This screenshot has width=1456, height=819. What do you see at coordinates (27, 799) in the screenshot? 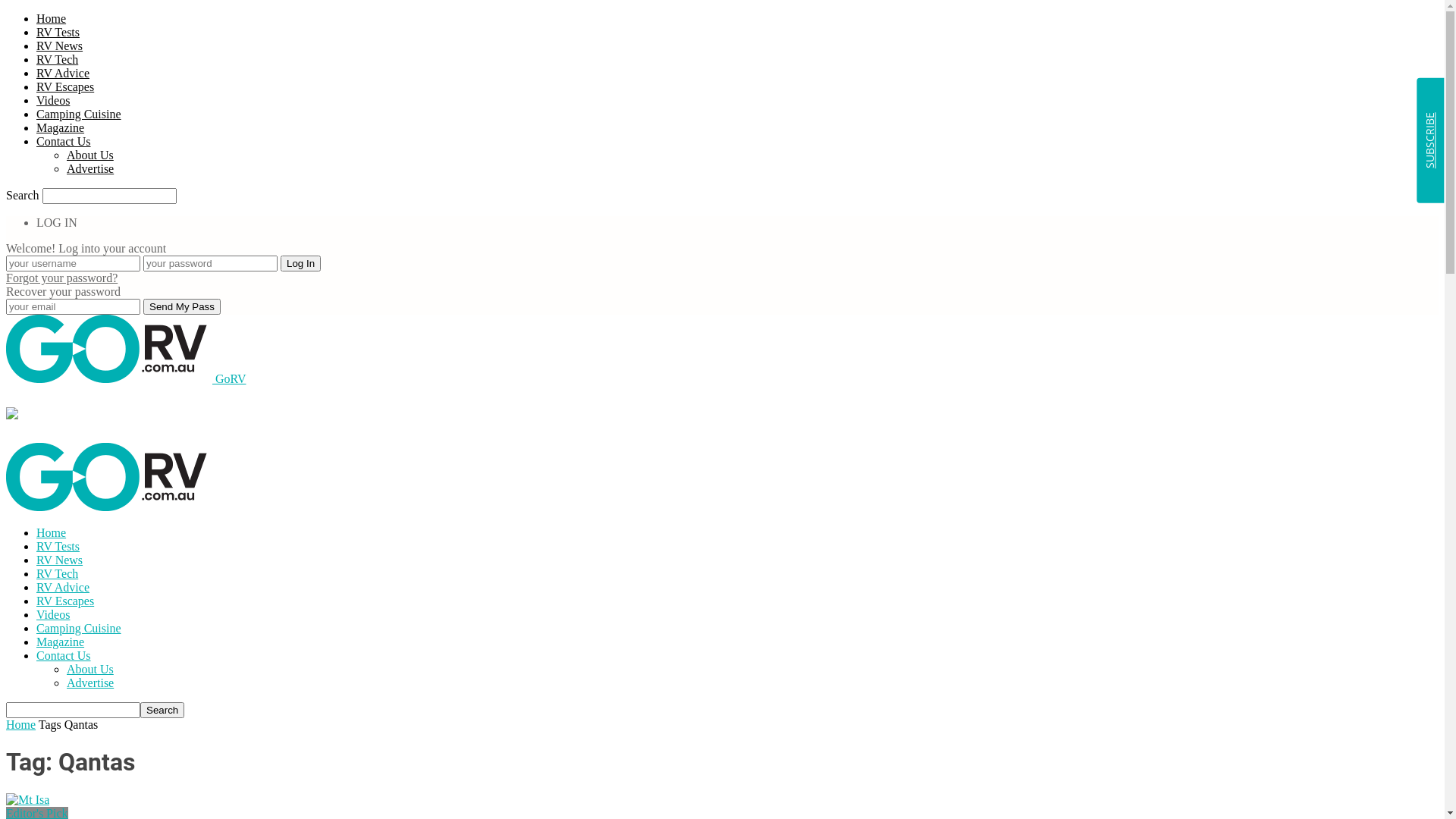
I see `'East of Mt Isa'` at bounding box center [27, 799].